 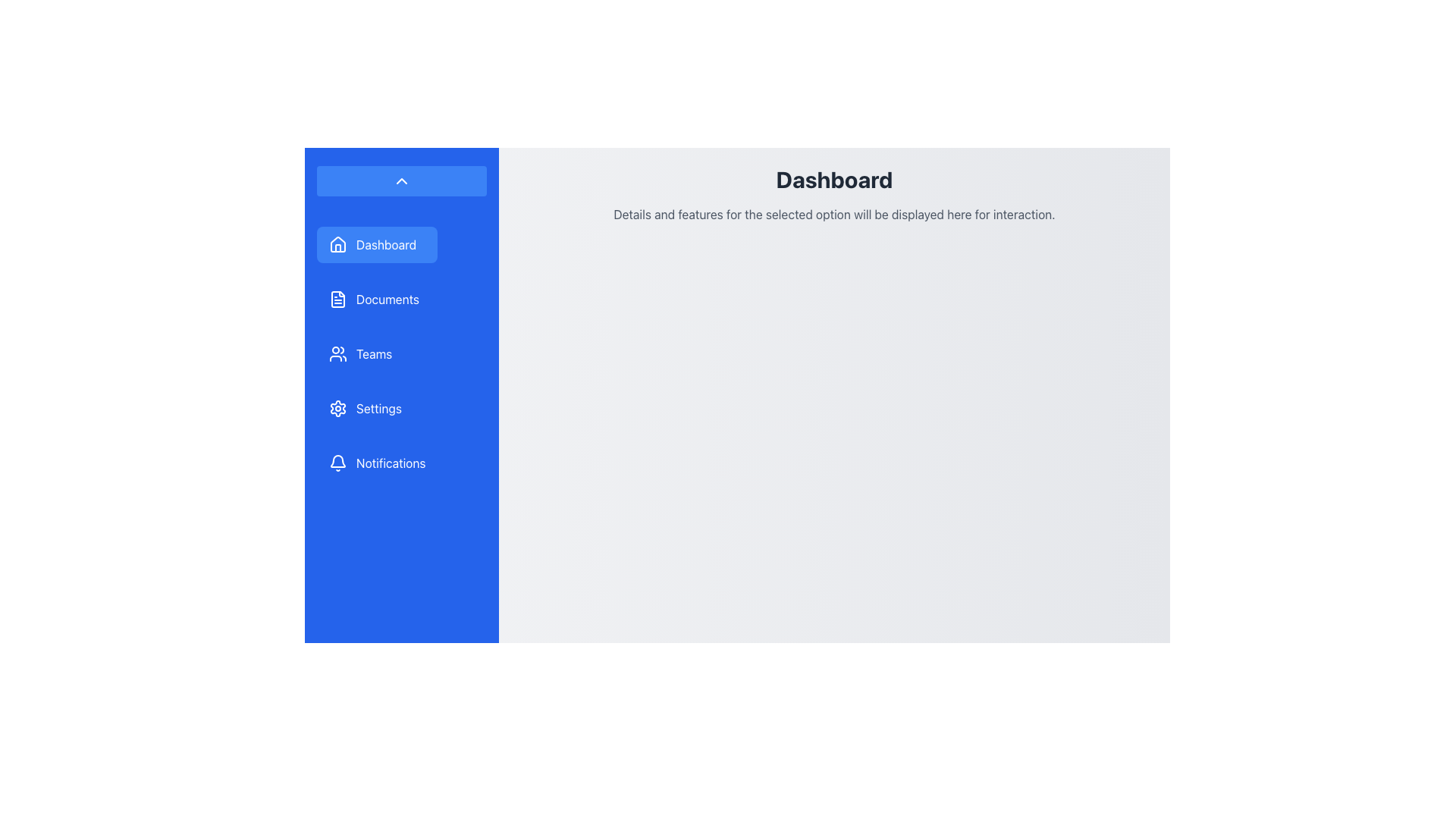 What do you see at coordinates (377, 299) in the screenshot?
I see `the 'Documents' button located in the sidebar menu, positioned between the 'Dashboard' and 'Teams' items, to trigger visual feedback` at bounding box center [377, 299].